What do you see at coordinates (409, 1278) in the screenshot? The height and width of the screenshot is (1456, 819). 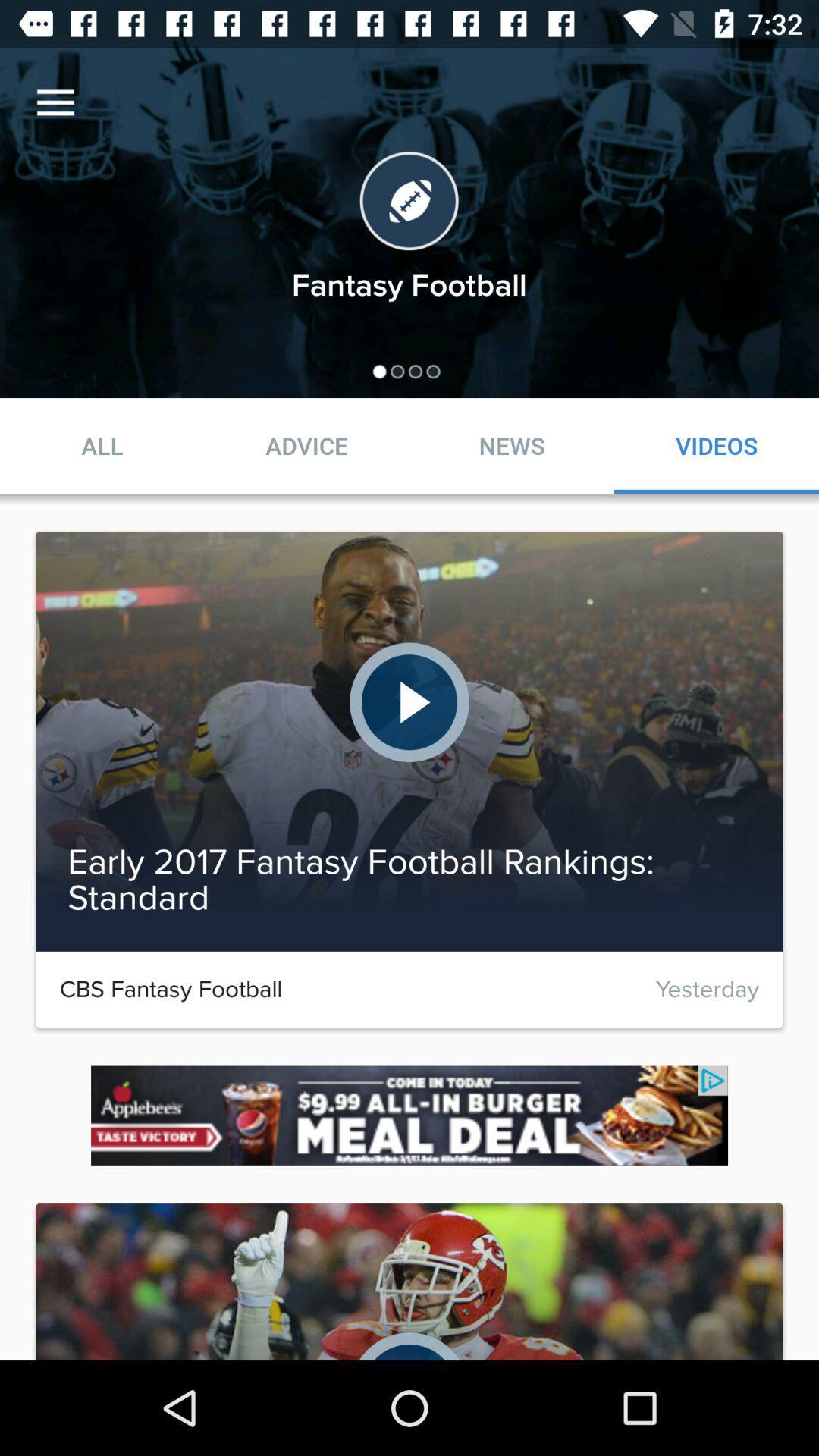 I see `the image which is below meal deal image` at bounding box center [409, 1278].